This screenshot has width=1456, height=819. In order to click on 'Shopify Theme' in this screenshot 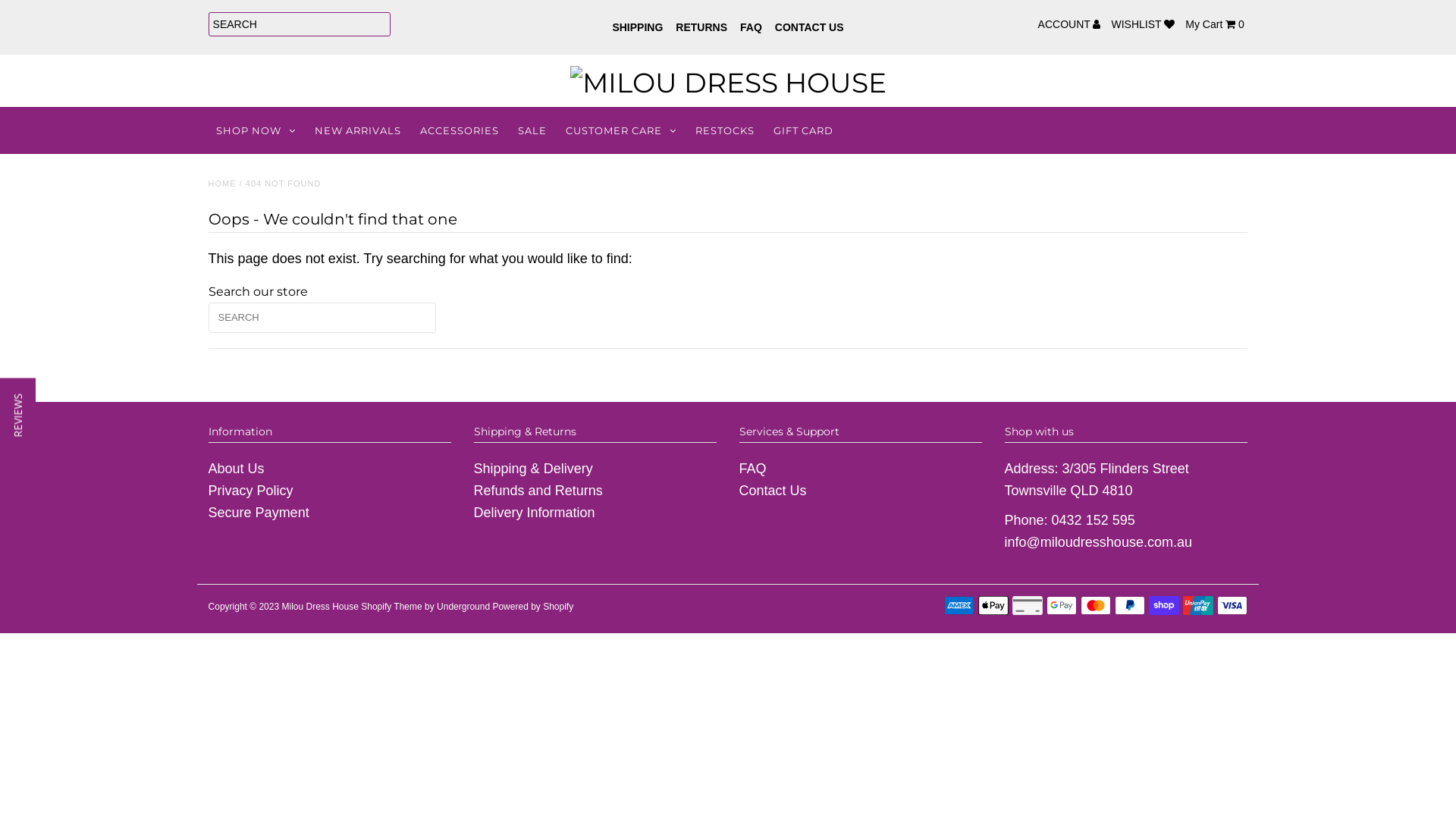, I will do `click(391, 605)`.